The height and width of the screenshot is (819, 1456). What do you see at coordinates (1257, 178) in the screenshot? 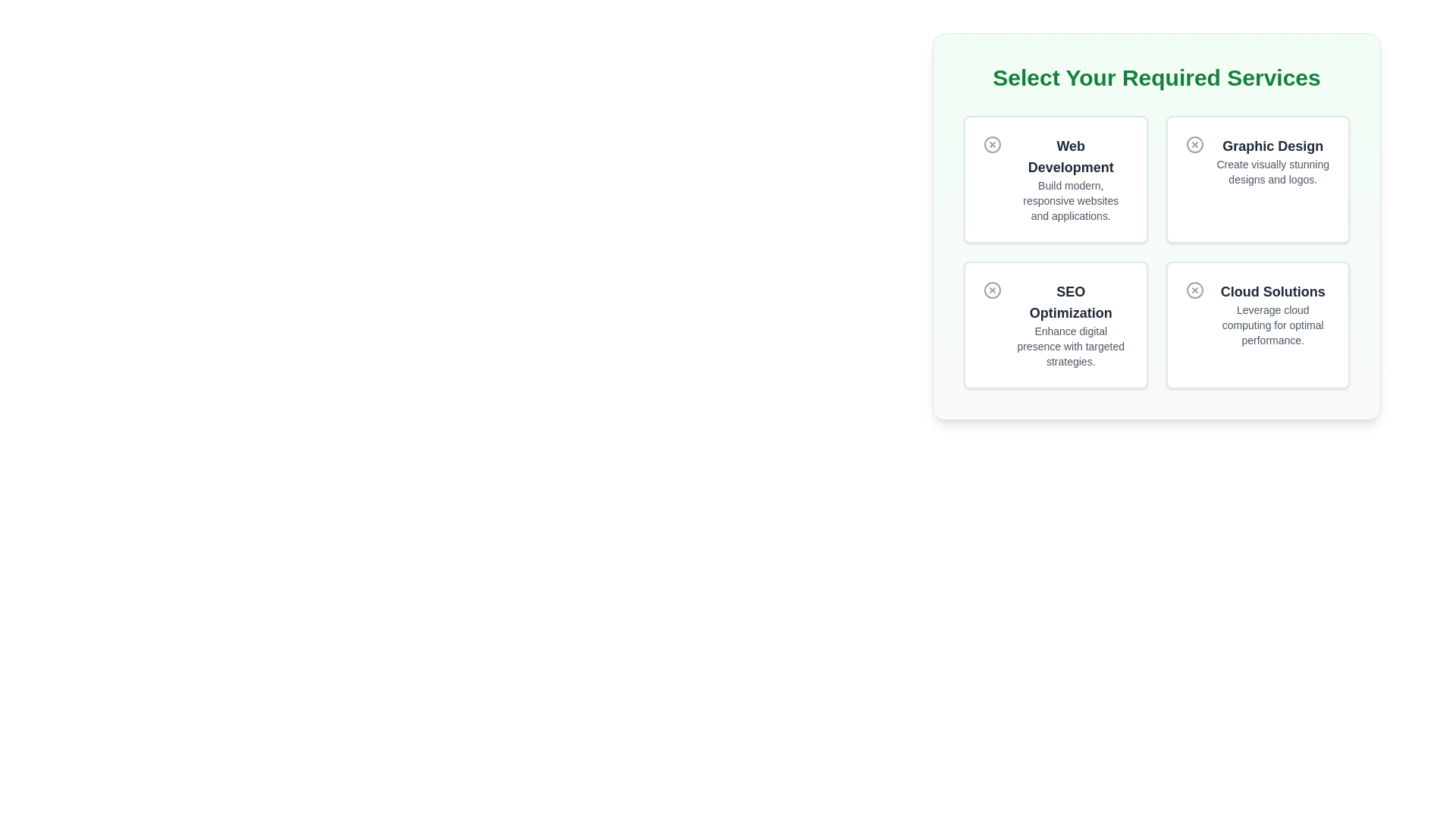
I see `the Information card, which provides details about a graphic design service and is located in the second position of the first row in a 2x2 grid layout` at bounding box center [1257, 178].